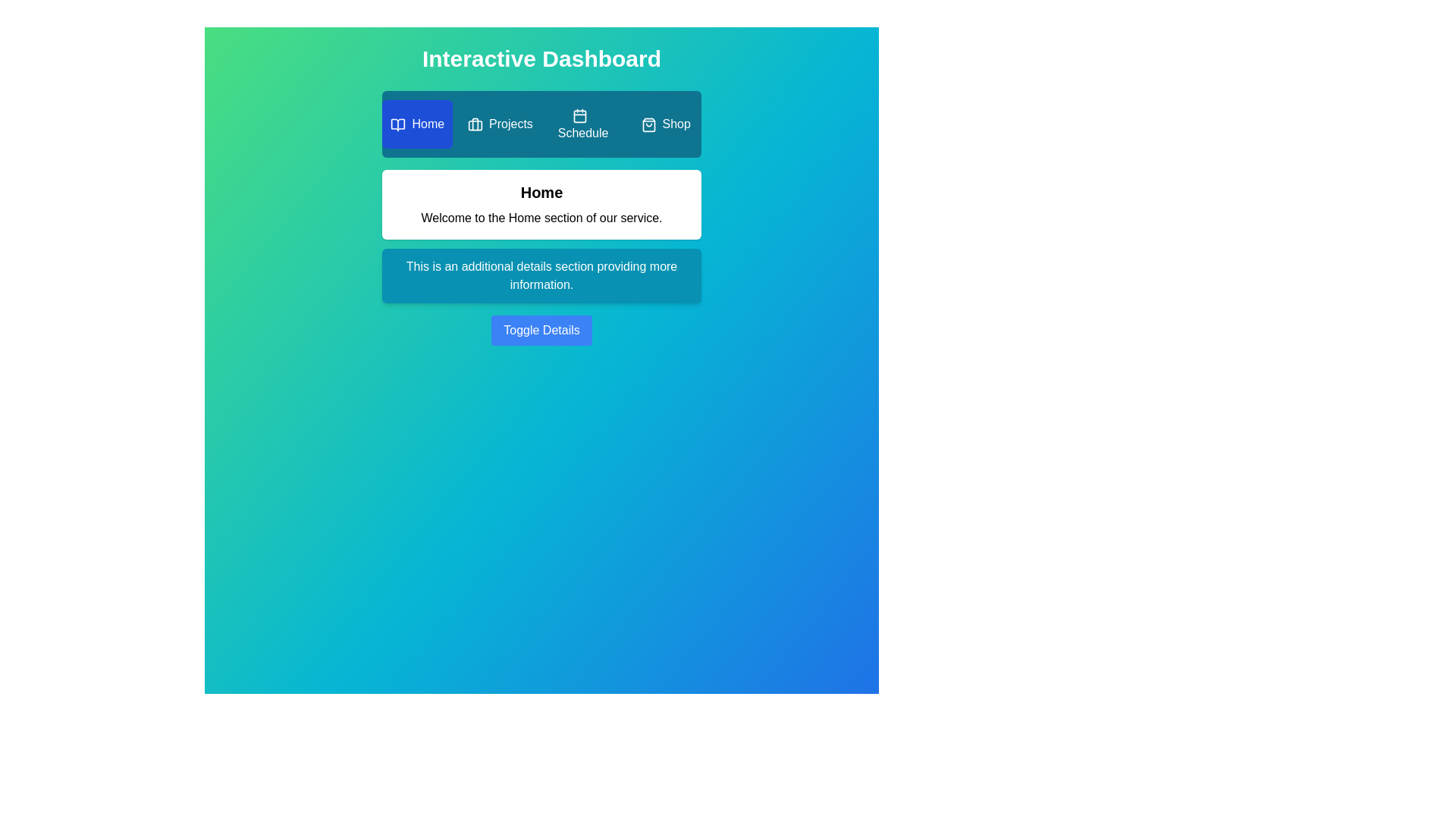  What do you see at coordinates (475, 124) in the screenshot?
I see `the icon of the Projects tab to observe its context` at bounding box center [475, 124].